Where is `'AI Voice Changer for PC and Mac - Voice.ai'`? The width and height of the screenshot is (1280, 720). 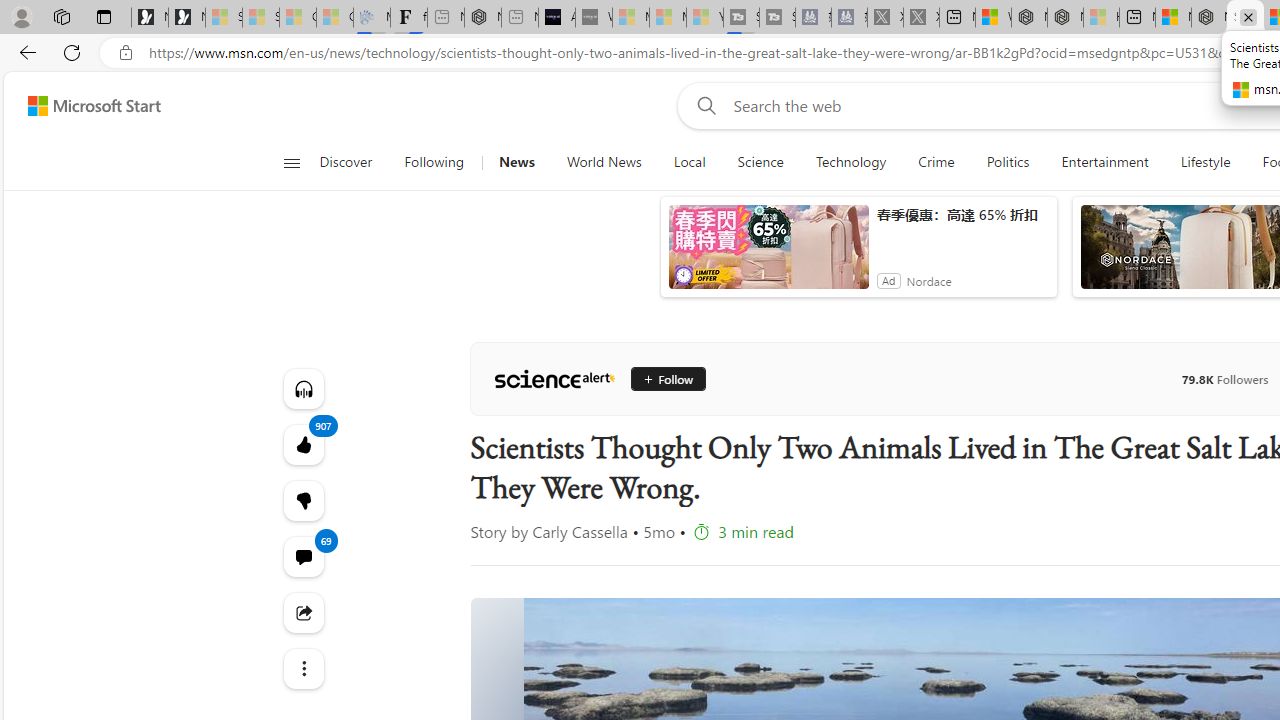
'AI Voice Changer for PC and Mac - Voice.ai' is located at coordinates (556, 17).